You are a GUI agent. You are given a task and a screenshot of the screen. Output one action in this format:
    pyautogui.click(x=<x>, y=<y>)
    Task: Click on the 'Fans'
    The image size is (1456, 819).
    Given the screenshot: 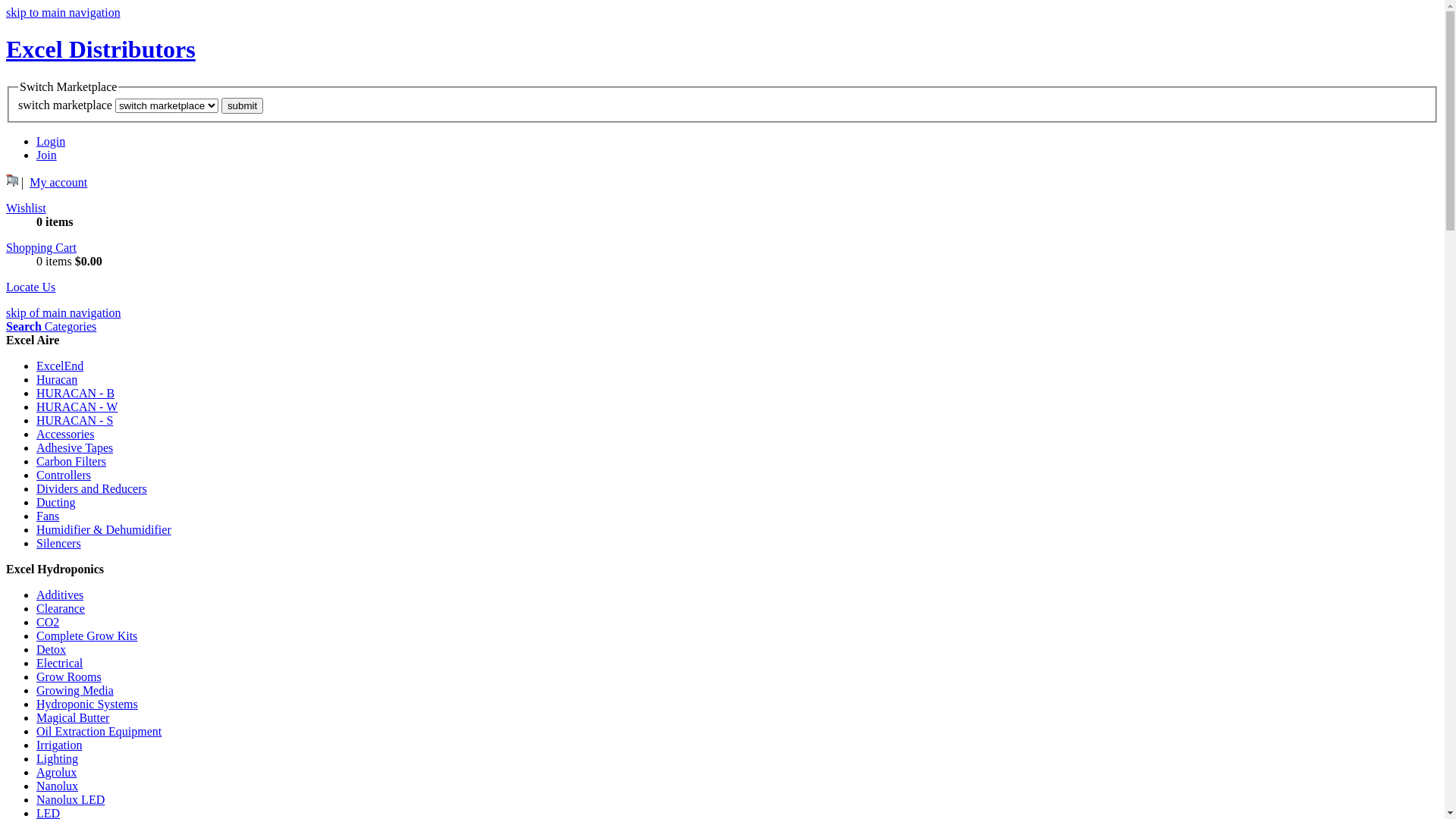 What is the action you would take?
    pyautogui.click(x=47, y=515)
    